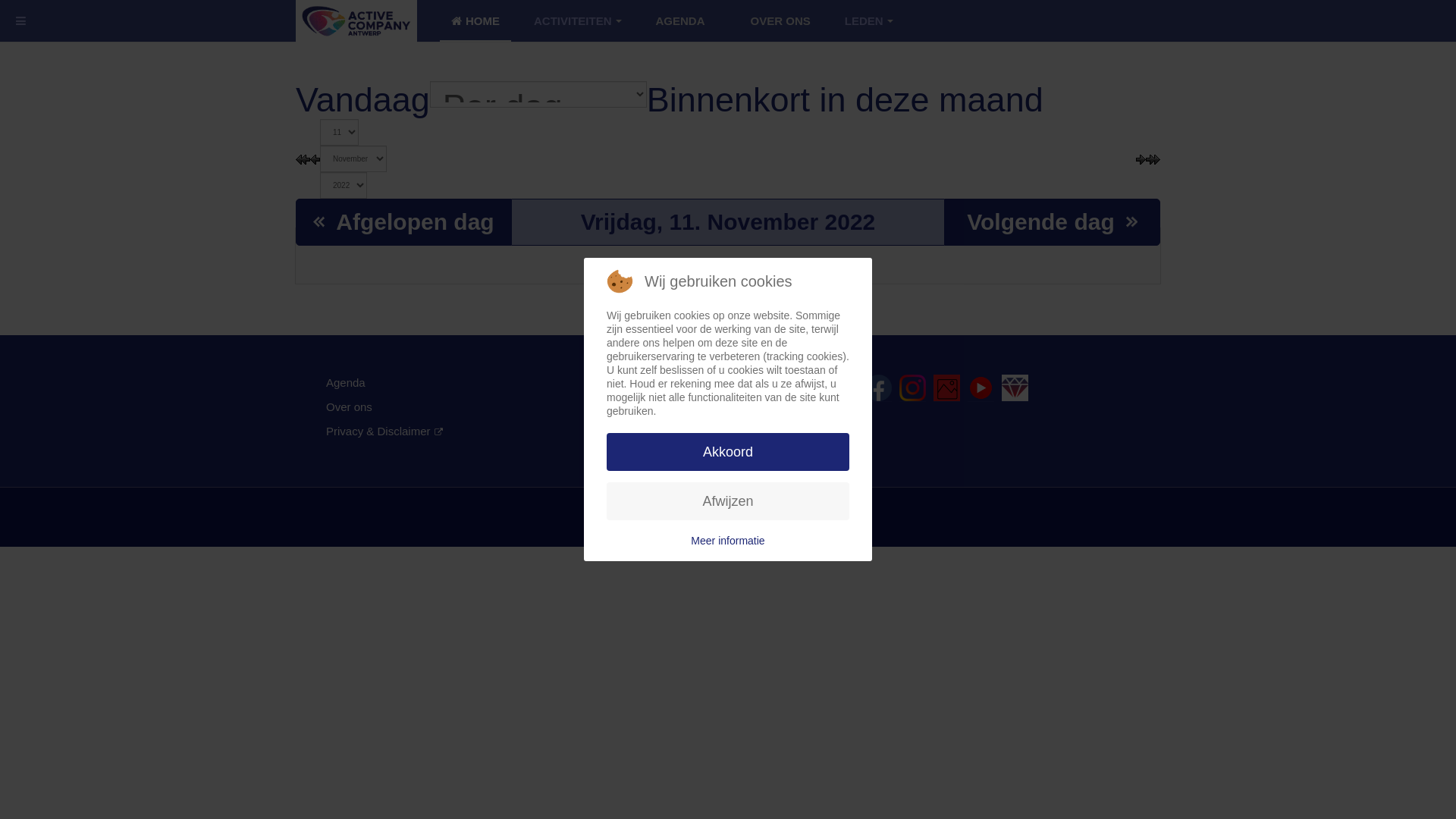  Describe the element at coordinates (1153, 158) in the screenshot. I see `'Volgende maand'` at that location.